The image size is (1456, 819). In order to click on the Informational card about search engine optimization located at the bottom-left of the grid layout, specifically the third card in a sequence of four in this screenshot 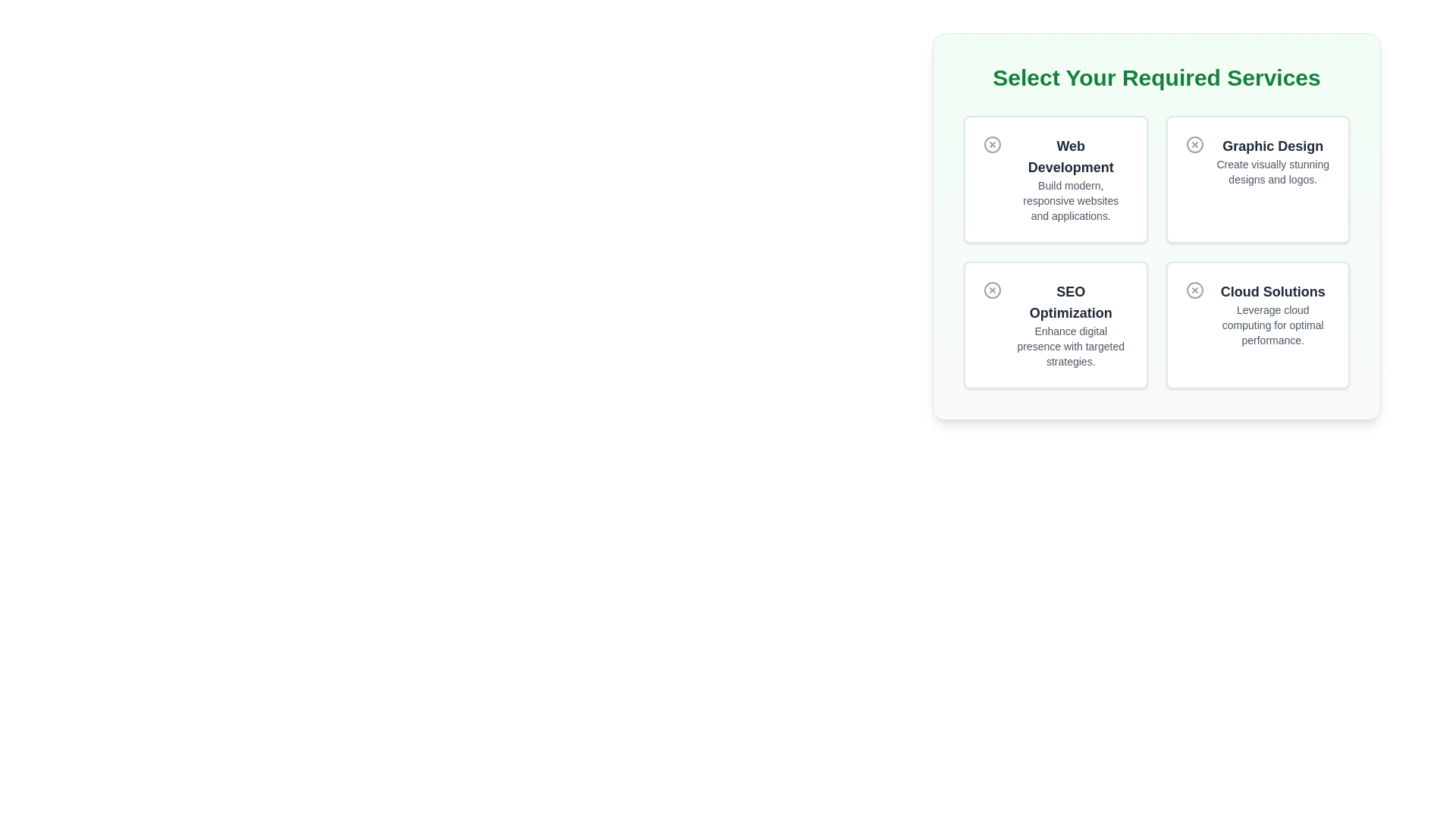, I will do `click(1055, 324)`.